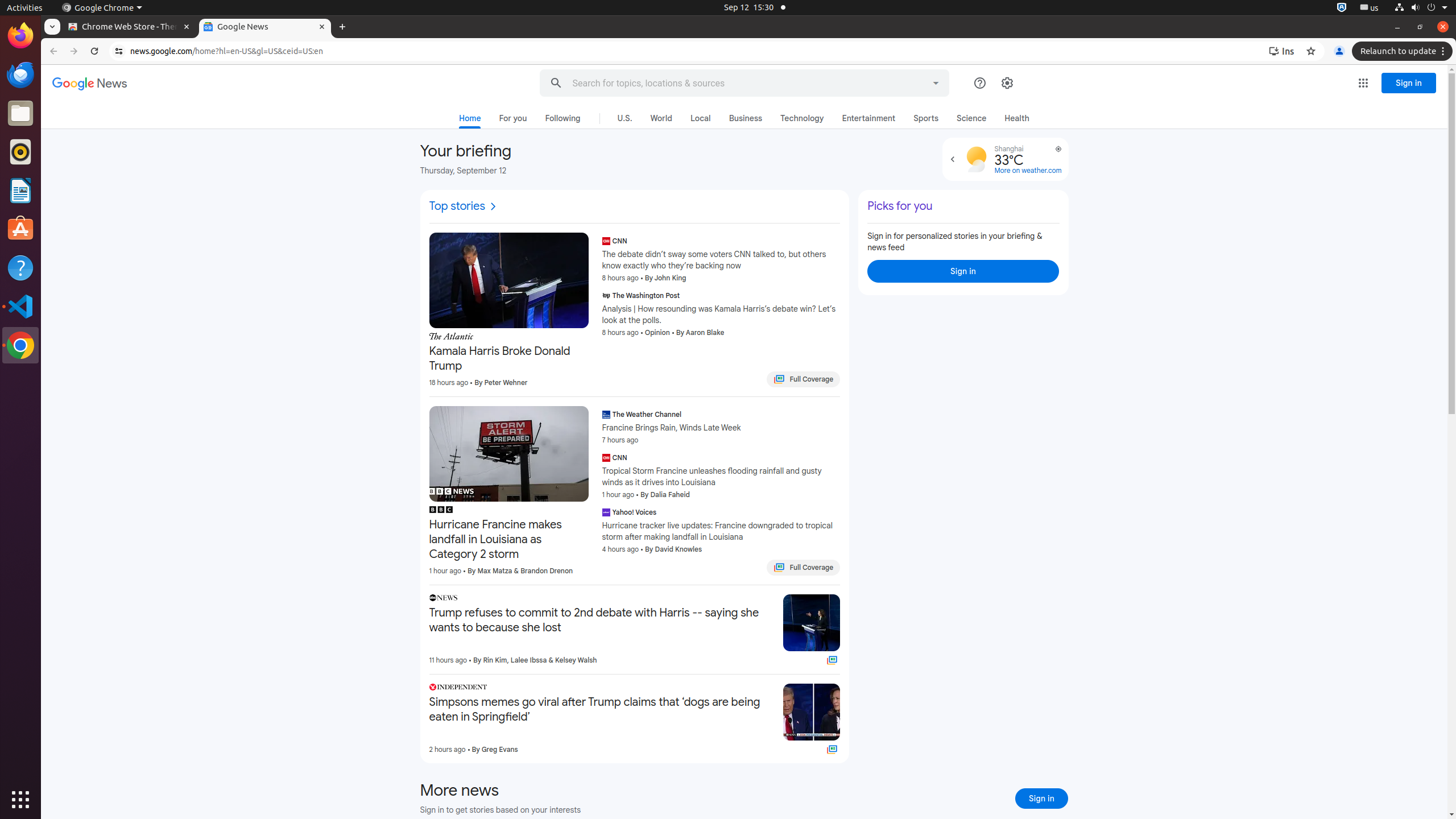 The image size is (1456, 819). I want to click on 'More - Simpsons memes go viral after Trump claims that ‘dogs are being eaten in Springfield’', so click(770, 688).